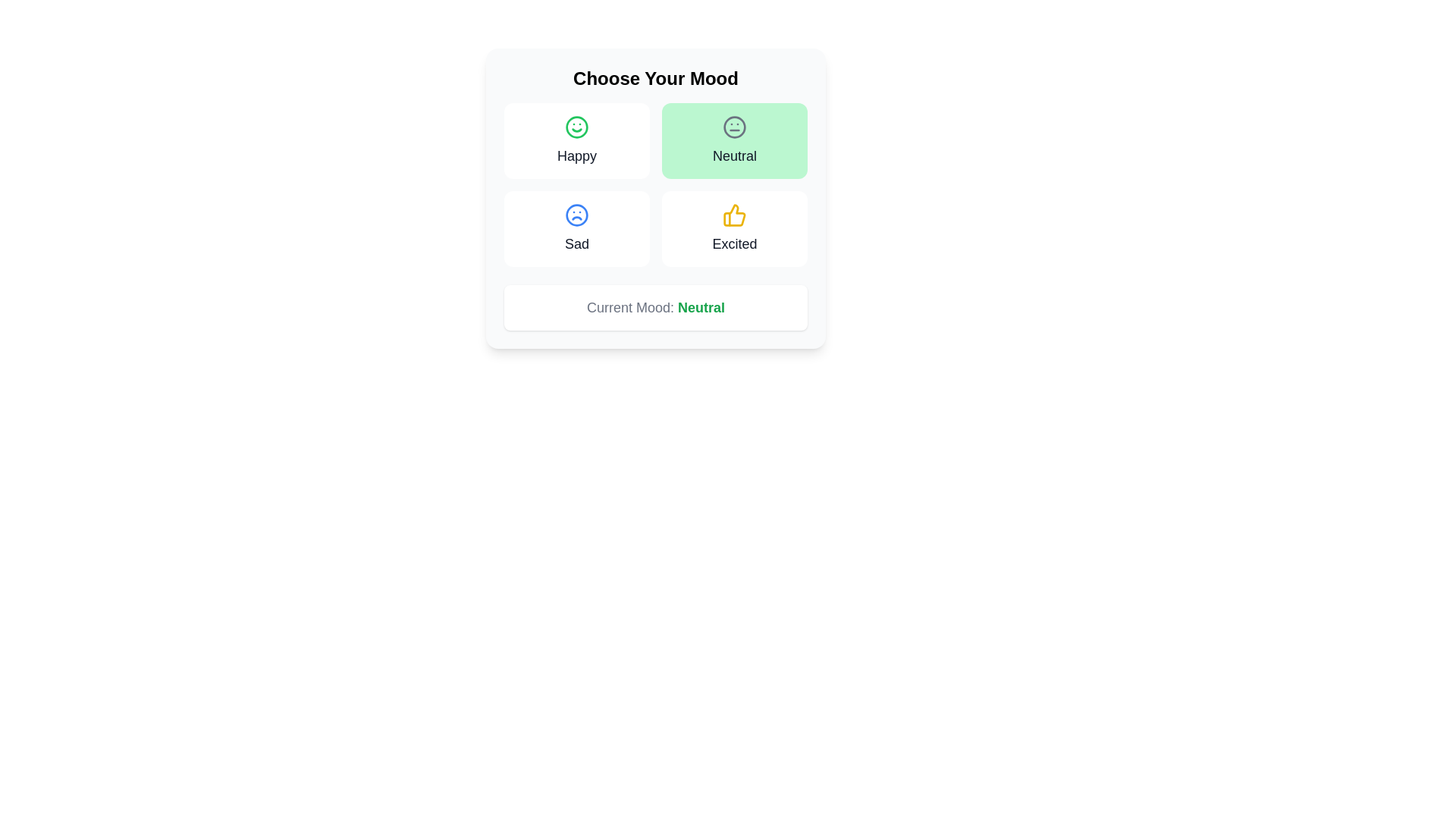 The image size is (1456, 819). Describe the element at coordinates (655, 307) in the screenshot. I see `Text Label that displays the summary of the currently selected mood, located at the bottom of the mood options card` at that location.